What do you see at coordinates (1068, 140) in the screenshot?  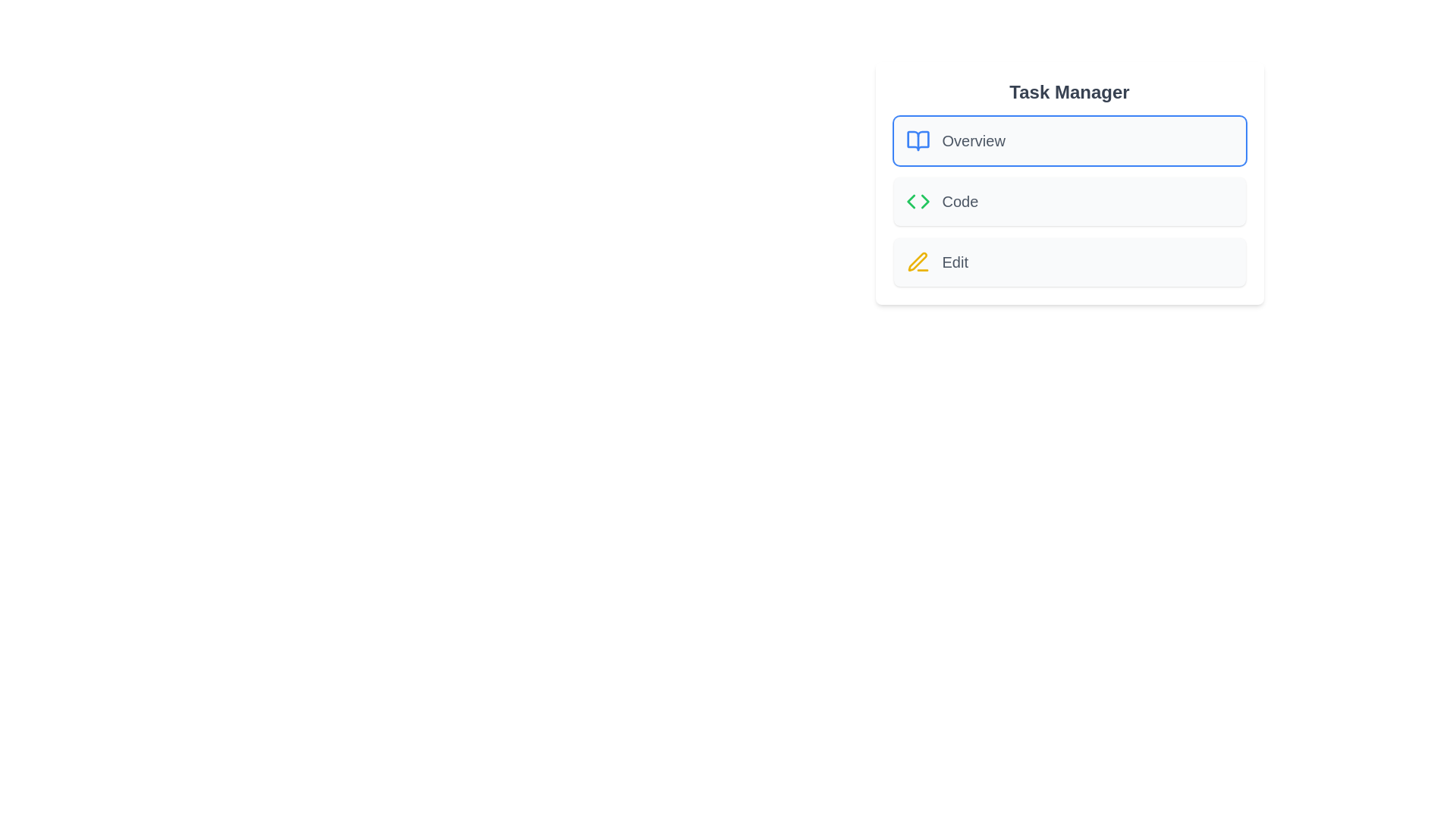 I see `the 'Overview' button located at the top of the vertically stacked group of three buttons in the 'Task Manager' section` at bounding box center [1068, 140].